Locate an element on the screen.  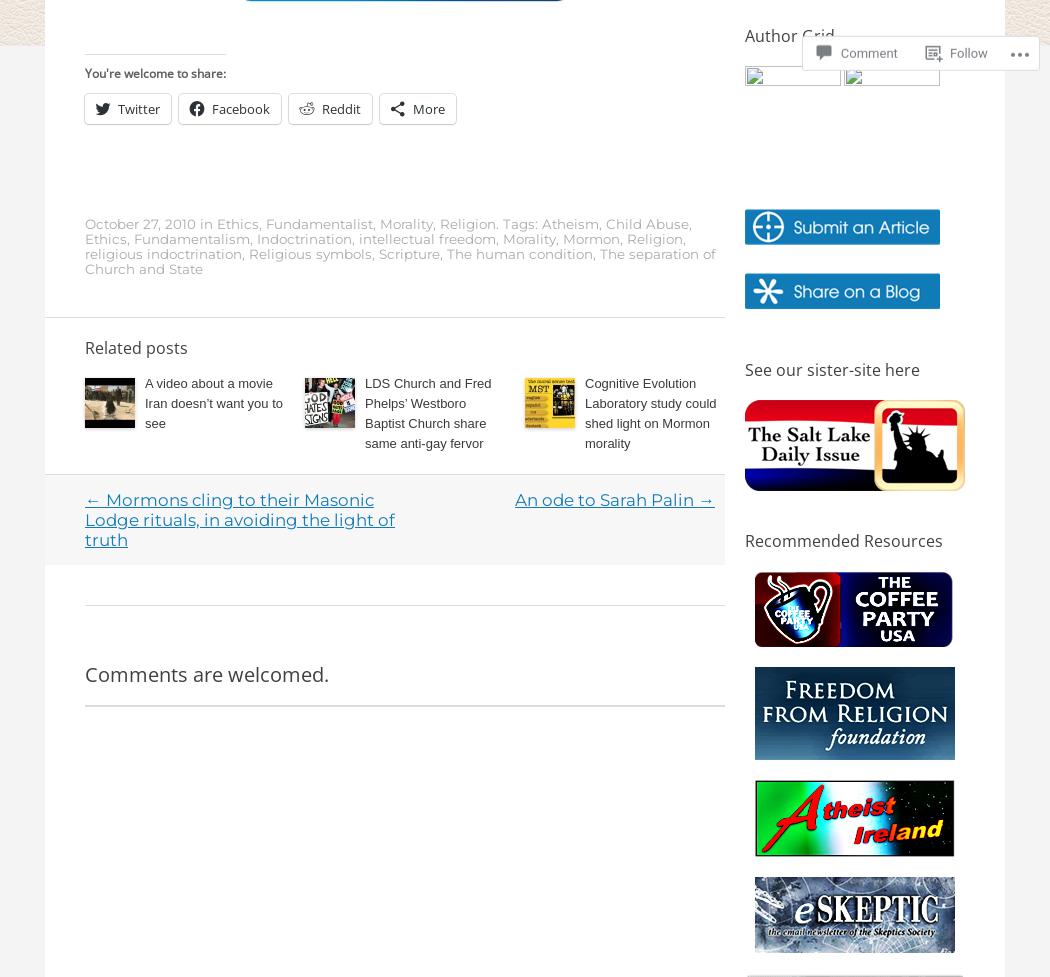
'Twitter' is located at coordinates (138, 107).